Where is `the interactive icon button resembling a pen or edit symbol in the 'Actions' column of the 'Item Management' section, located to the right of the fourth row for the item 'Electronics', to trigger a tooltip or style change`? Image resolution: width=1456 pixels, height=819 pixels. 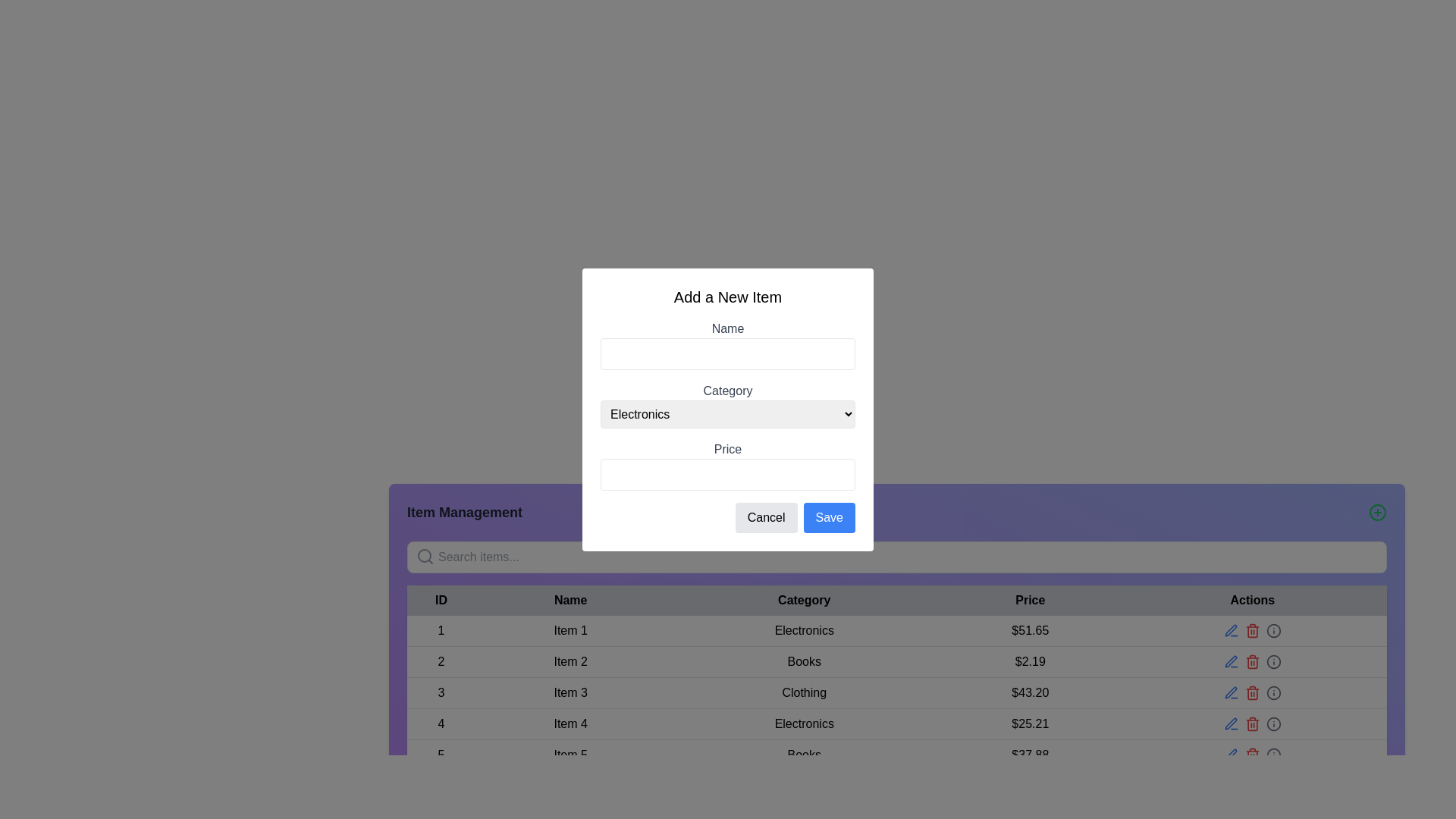
the interactive icon button resembling a pen or edit symbol in the 'Actions' column of the 'Item Management' section, located to the right of the fourth row for the item 'Electronics', to trigger a tooltip or style change is located at coordinates (1231, 631).